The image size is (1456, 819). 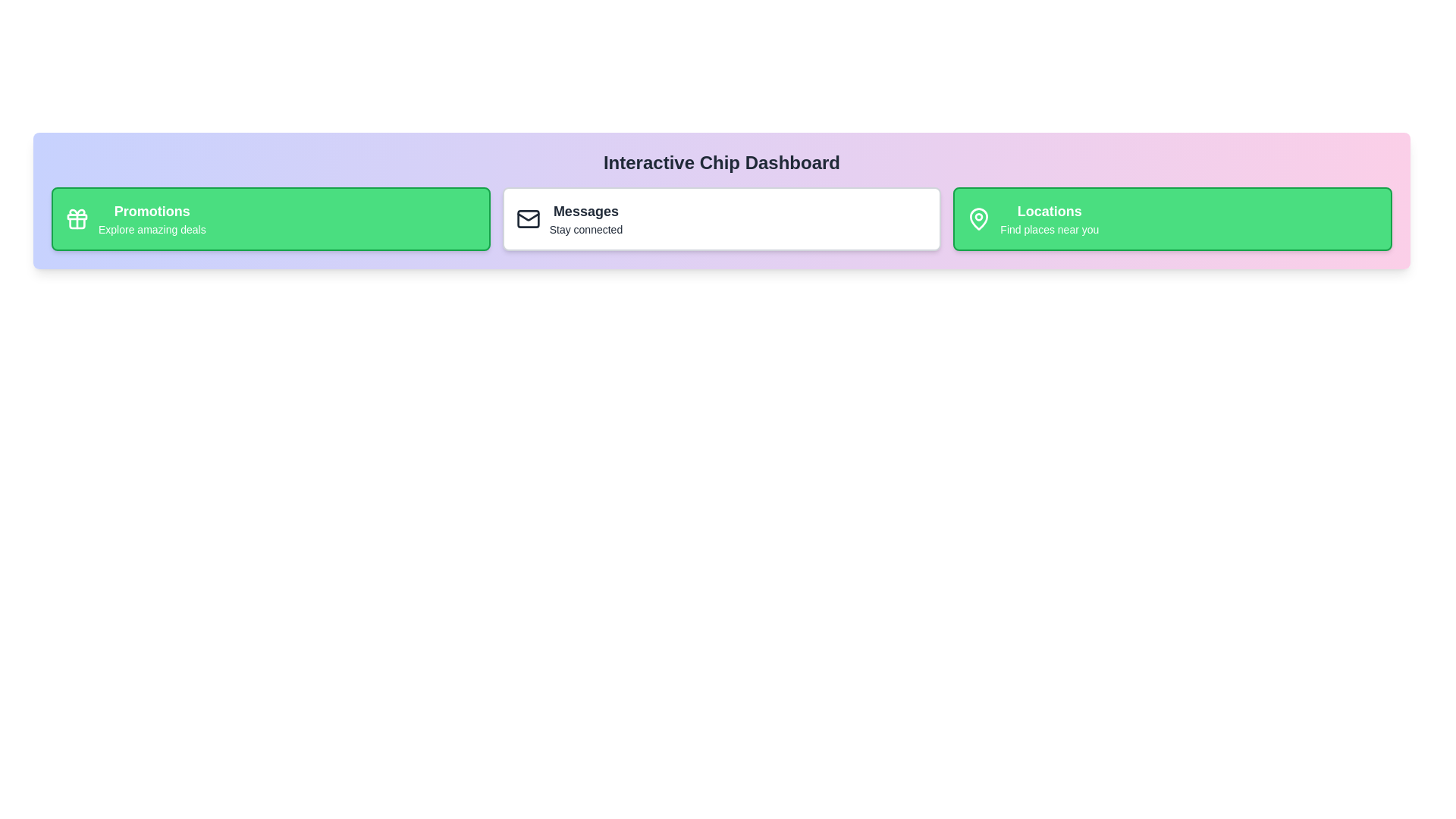 What do you see at coordinates (720, 219) in the screenshot?
I see `the chip labeled Messages to observe the hover effect` at bounding box center [720, 219].